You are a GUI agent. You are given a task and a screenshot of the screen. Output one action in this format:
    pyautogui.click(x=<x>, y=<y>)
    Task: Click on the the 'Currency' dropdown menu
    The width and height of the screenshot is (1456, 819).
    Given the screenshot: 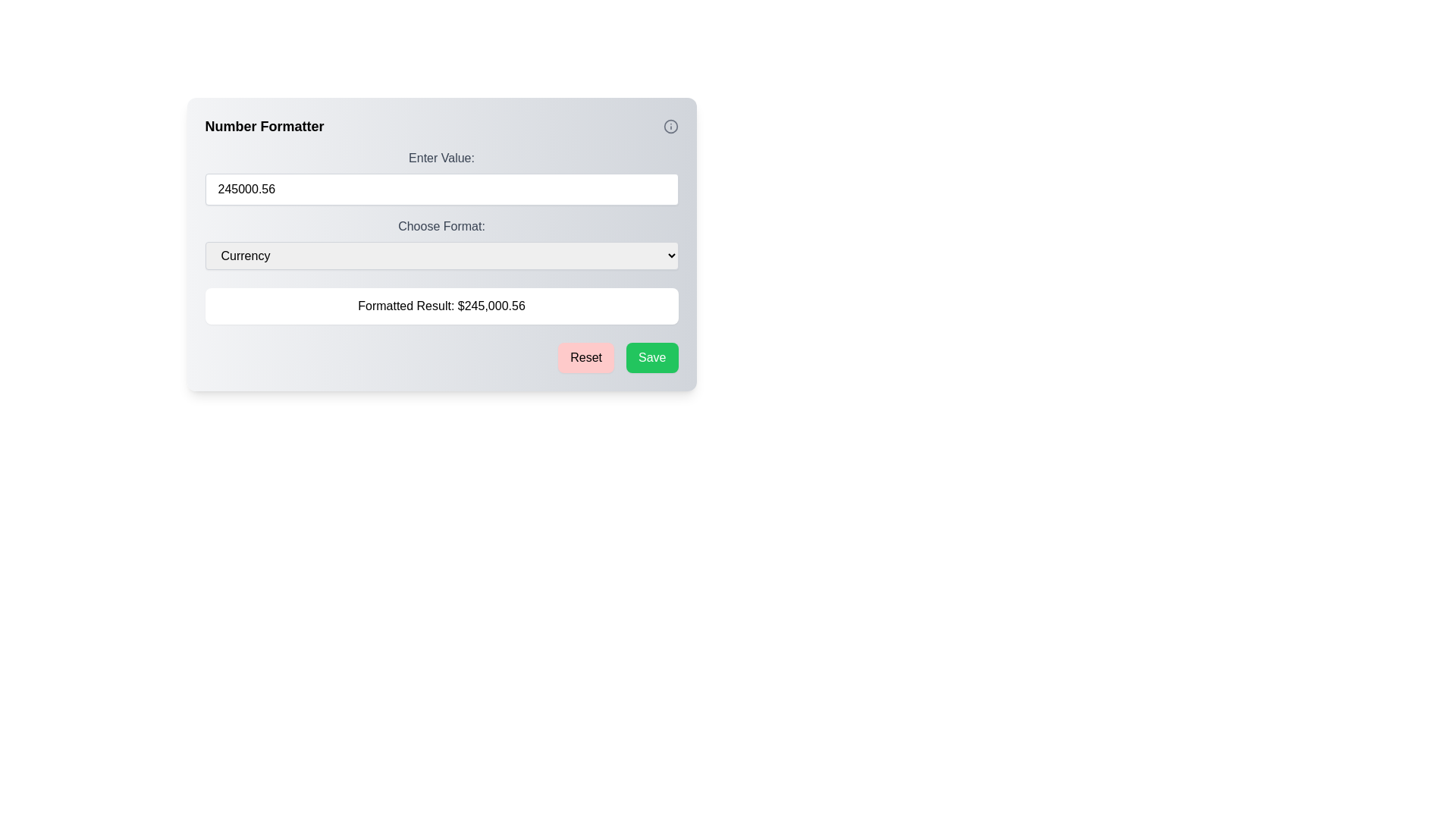 What is the action you would take?
    pyautogui.click(x=441, y=255)
    